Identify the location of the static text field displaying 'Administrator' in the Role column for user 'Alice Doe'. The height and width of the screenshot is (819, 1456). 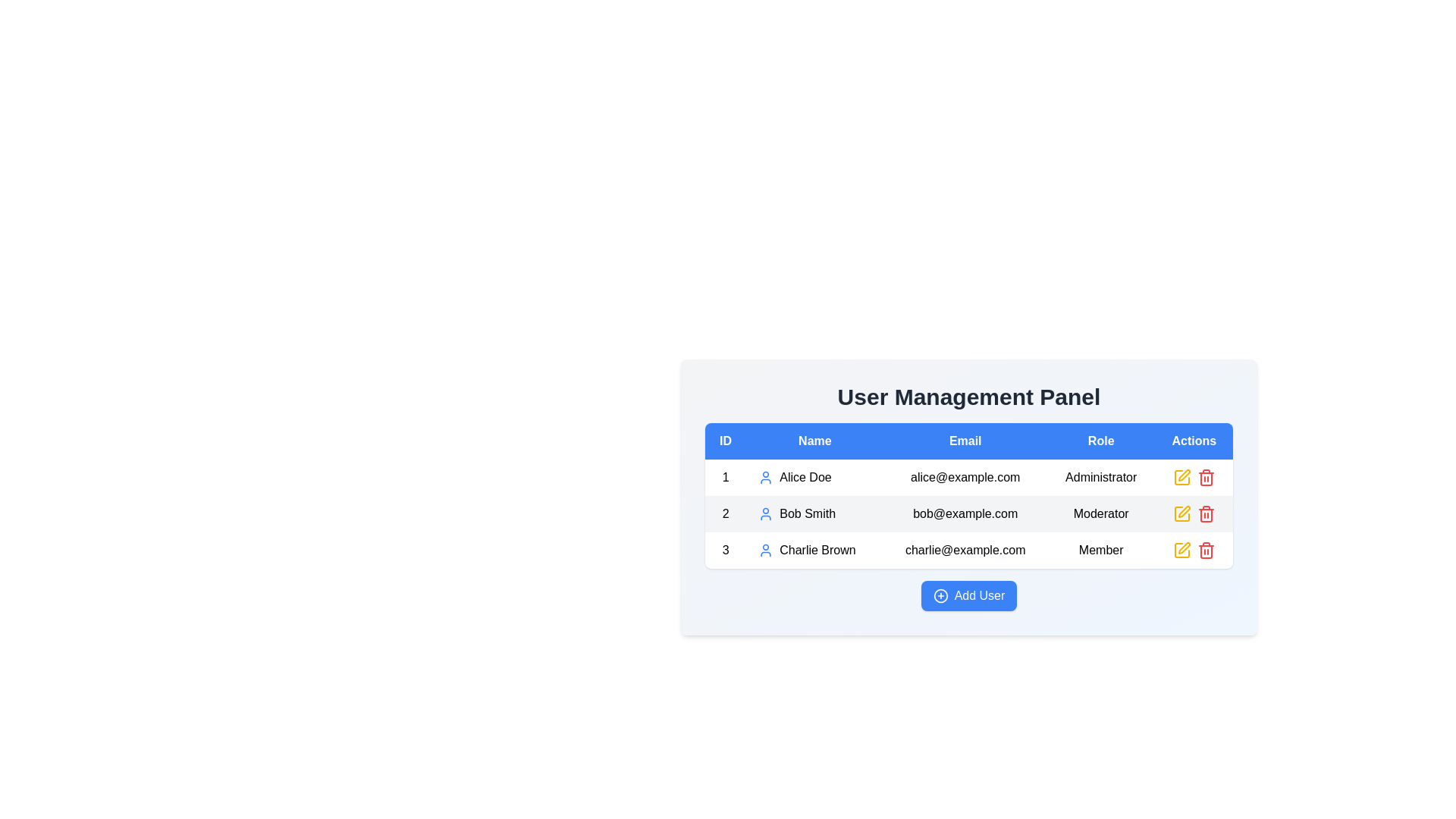
(1101, 476).